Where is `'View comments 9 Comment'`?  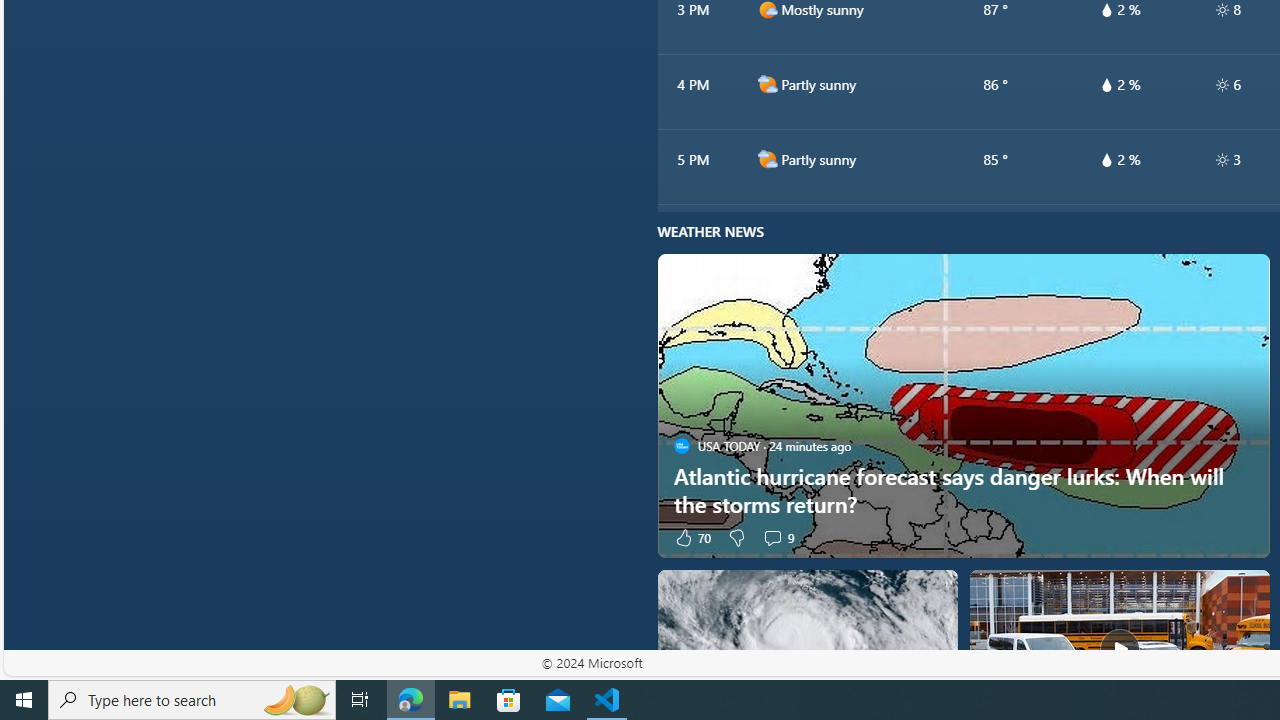 'View comments 9 Comment' is located at coordinates (777, 536).